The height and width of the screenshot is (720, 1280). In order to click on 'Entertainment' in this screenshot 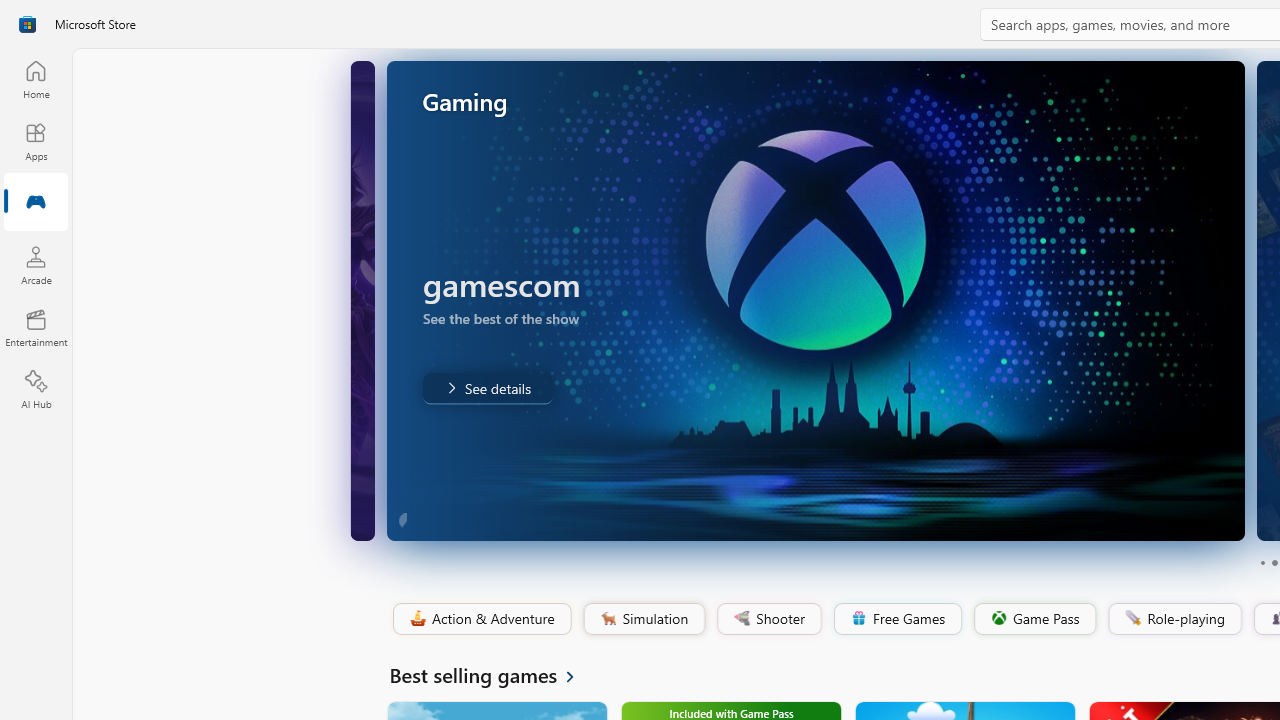, I will do `click(35, 326)`.